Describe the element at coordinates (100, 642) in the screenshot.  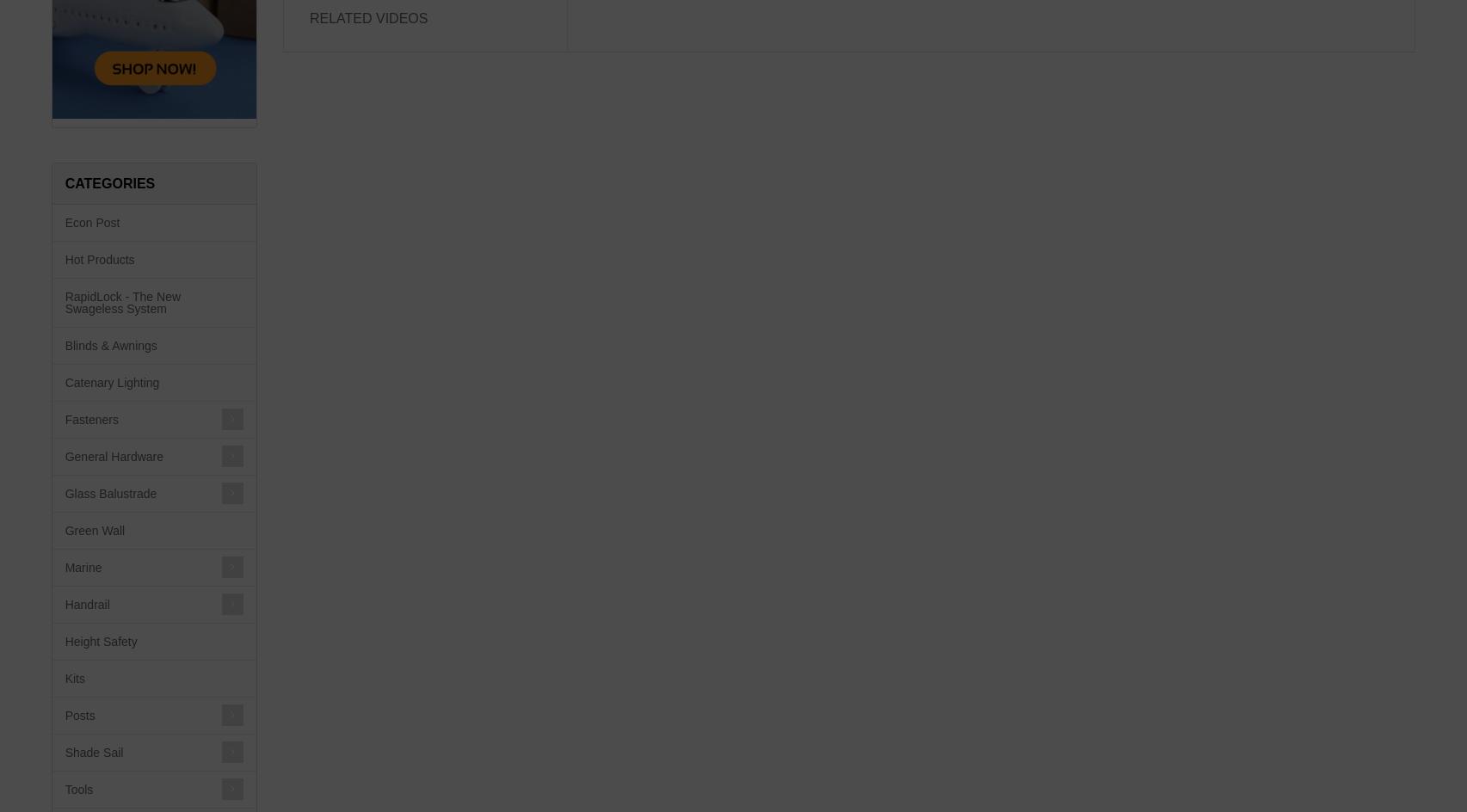
I see `'Height Safety'` at that location.